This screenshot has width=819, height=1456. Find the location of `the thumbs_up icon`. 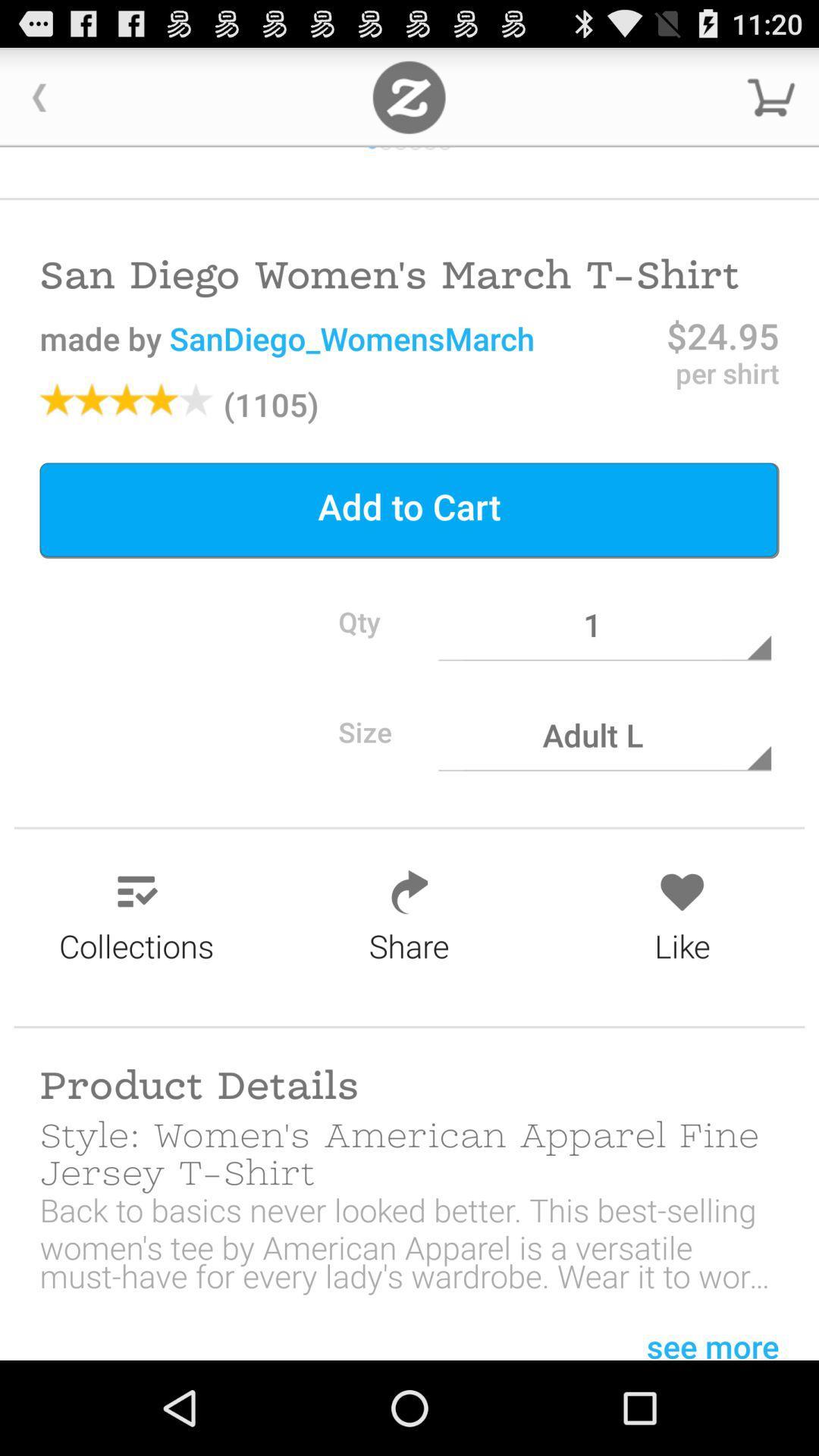

the thumbs_up icon is located at coordinates (429, 158).